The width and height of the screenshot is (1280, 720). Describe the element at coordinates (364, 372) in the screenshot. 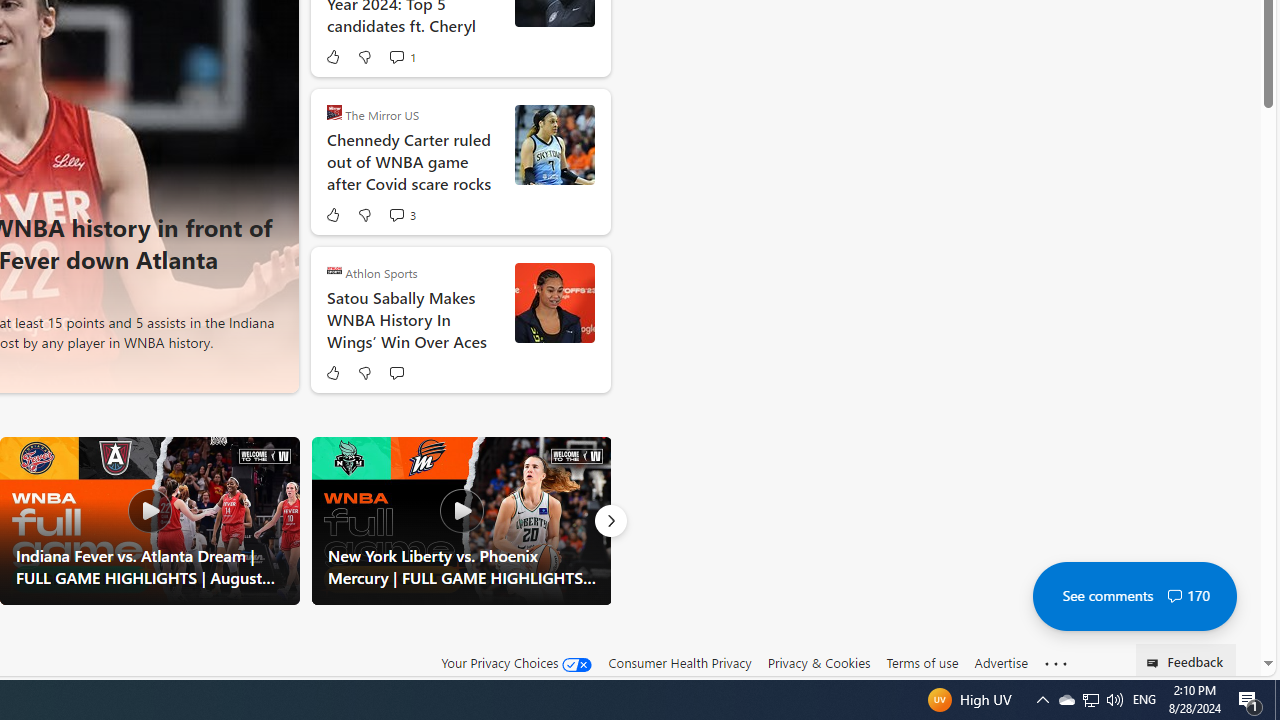

I see `'Dislike'` at that location.